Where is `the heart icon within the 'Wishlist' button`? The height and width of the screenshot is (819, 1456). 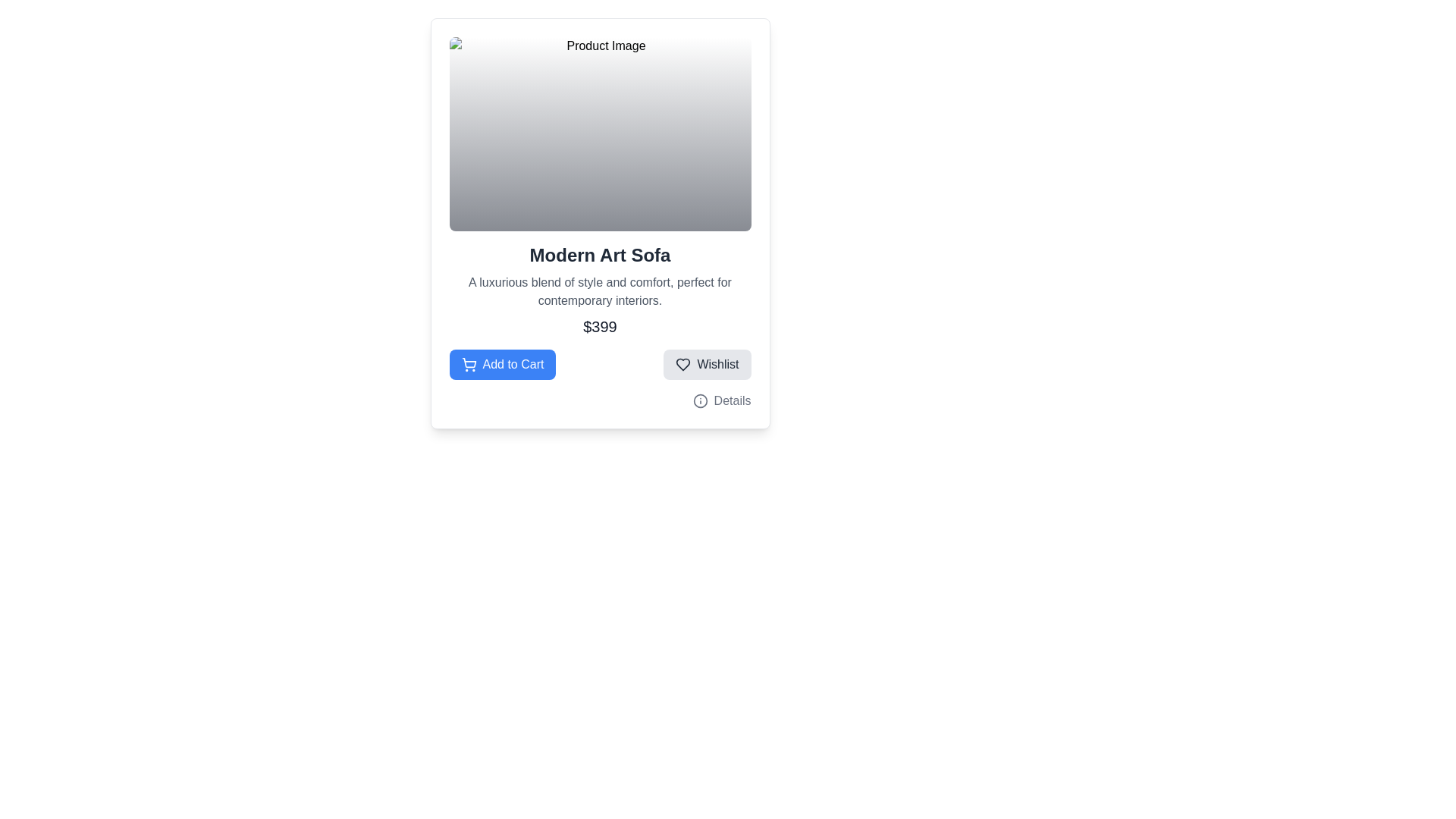 the heart icon within the 'Wishlist' button is located at coordinates (682, 365).